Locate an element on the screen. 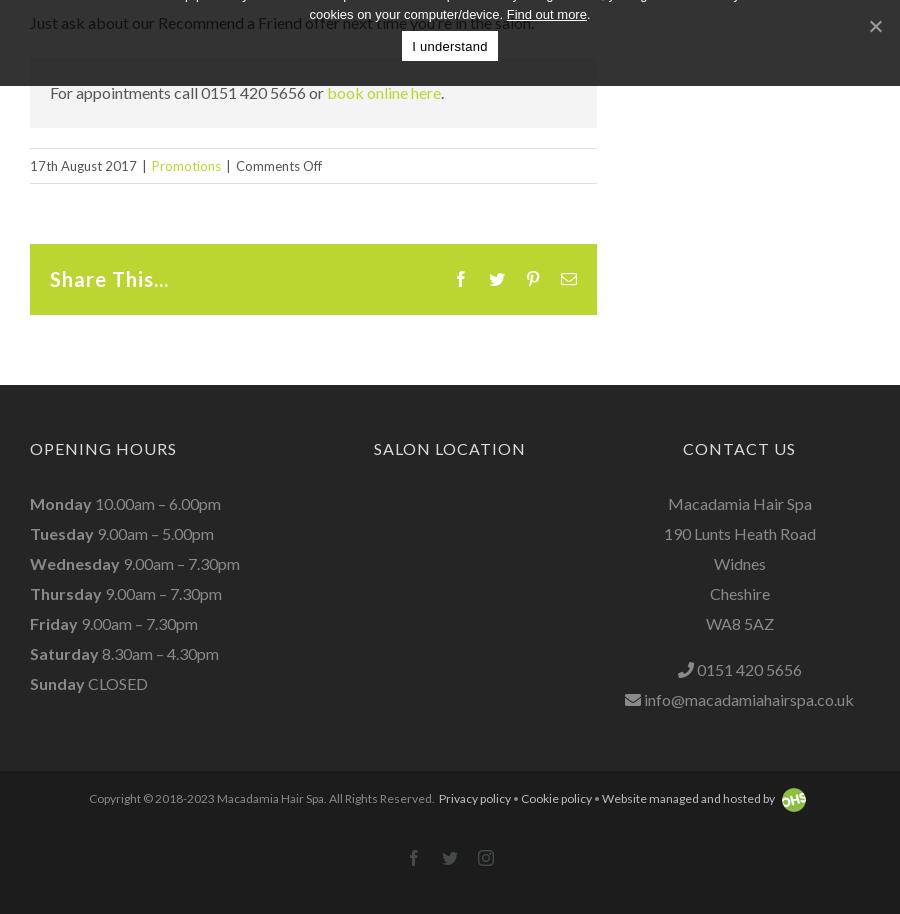 The height and width of the screenshot is (914, 900). '8.30am – 4.30pm' is located at coordinates (159, 652).